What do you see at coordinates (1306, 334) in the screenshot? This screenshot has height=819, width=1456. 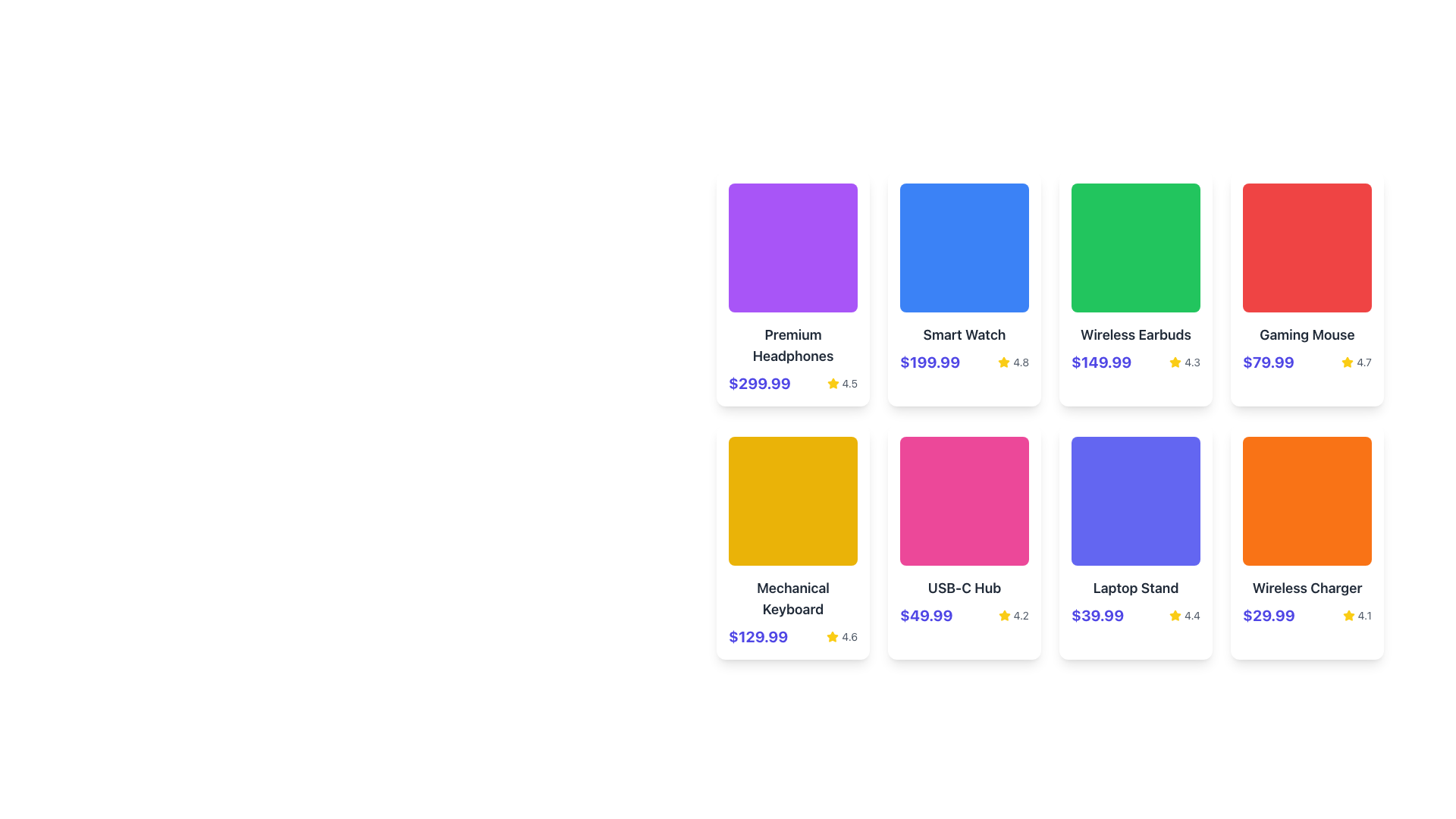 I see `the bold text label displaying 'Gaming Mouse' located in the fourth card of the top row in the grid layout` at bounding box center [1306, 334].